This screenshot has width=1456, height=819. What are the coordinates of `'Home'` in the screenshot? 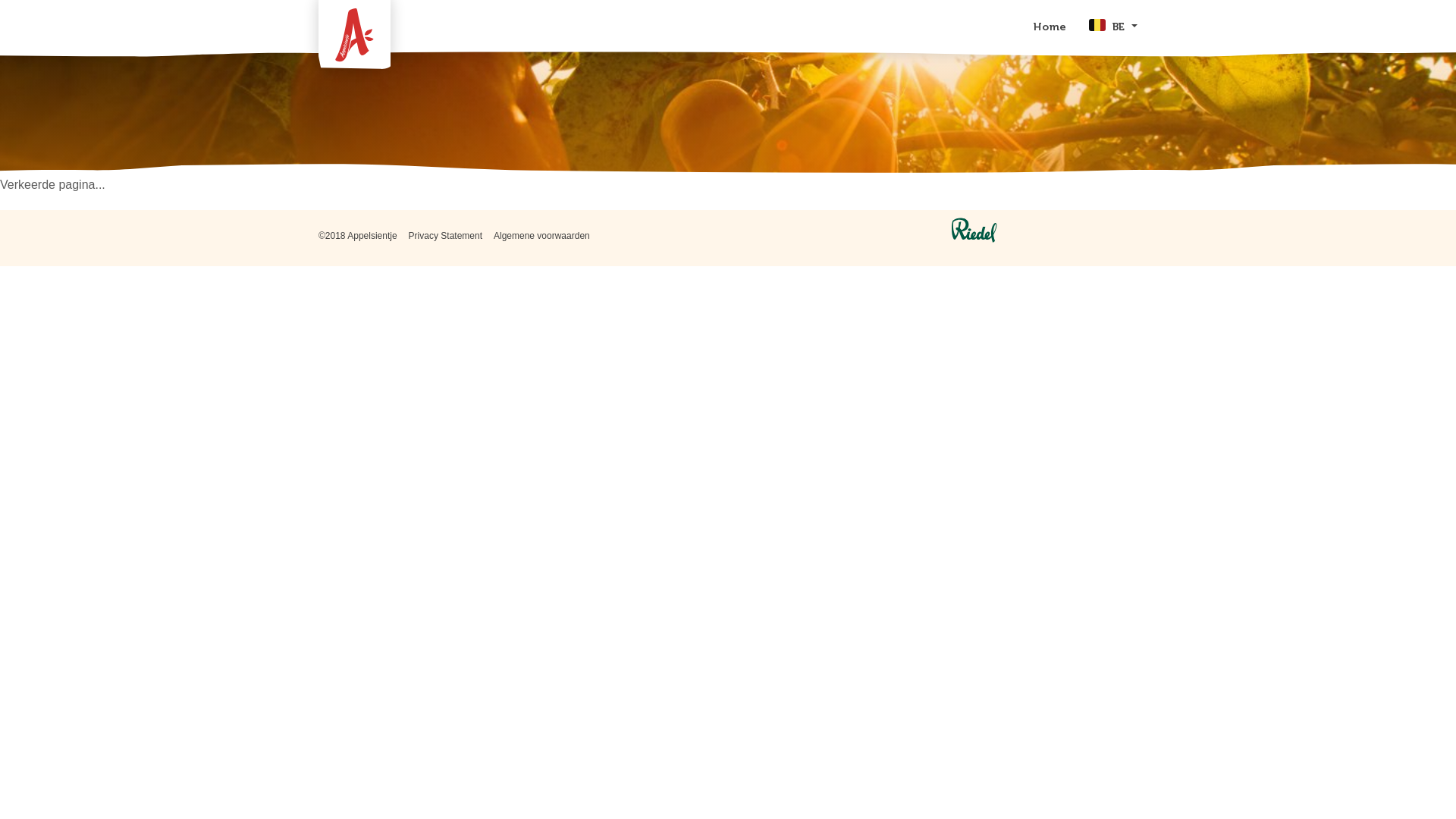 It's located at (1033, 27).